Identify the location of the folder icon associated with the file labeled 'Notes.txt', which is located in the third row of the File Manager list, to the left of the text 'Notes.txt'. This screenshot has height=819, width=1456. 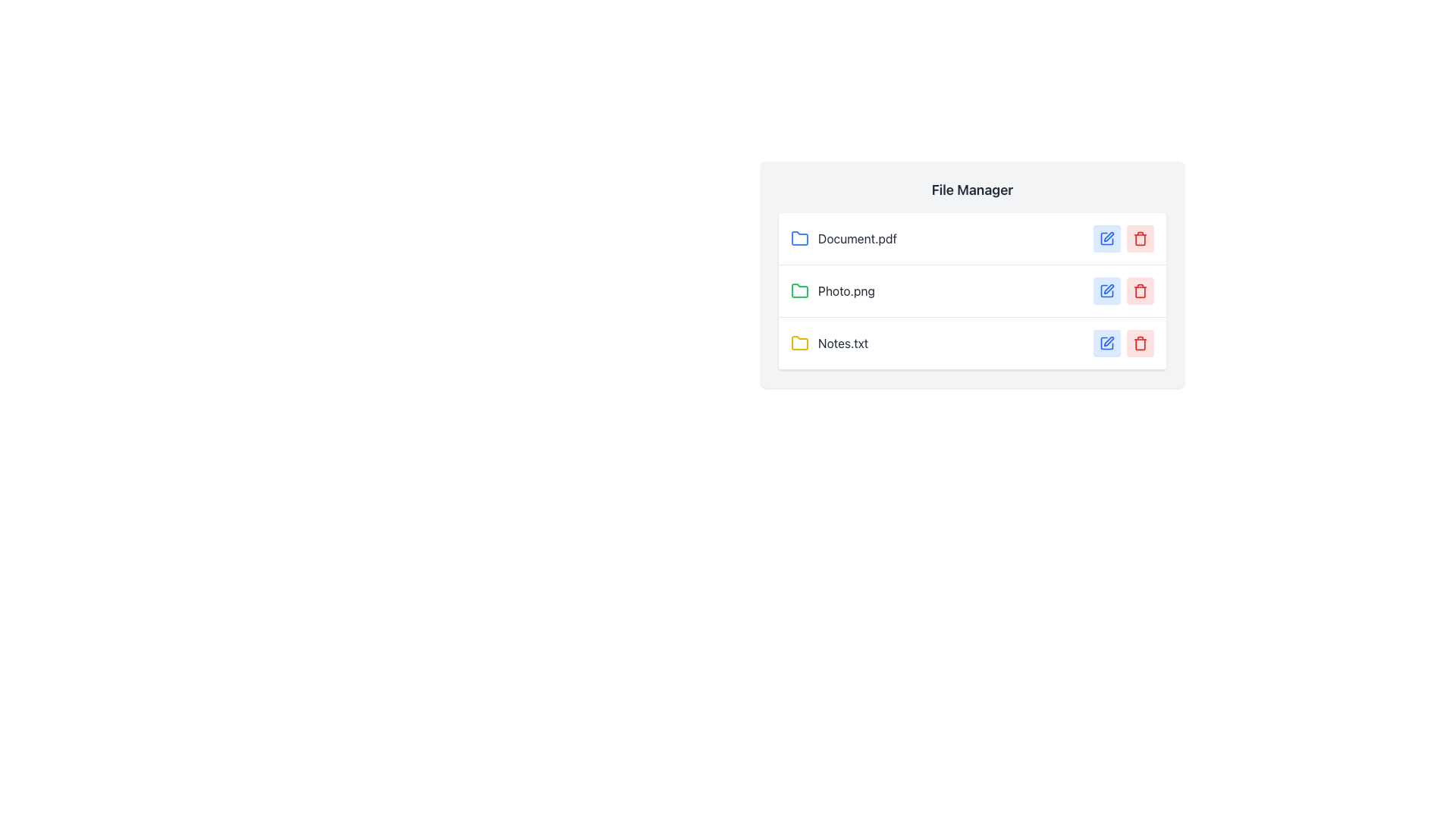
(799, 342).